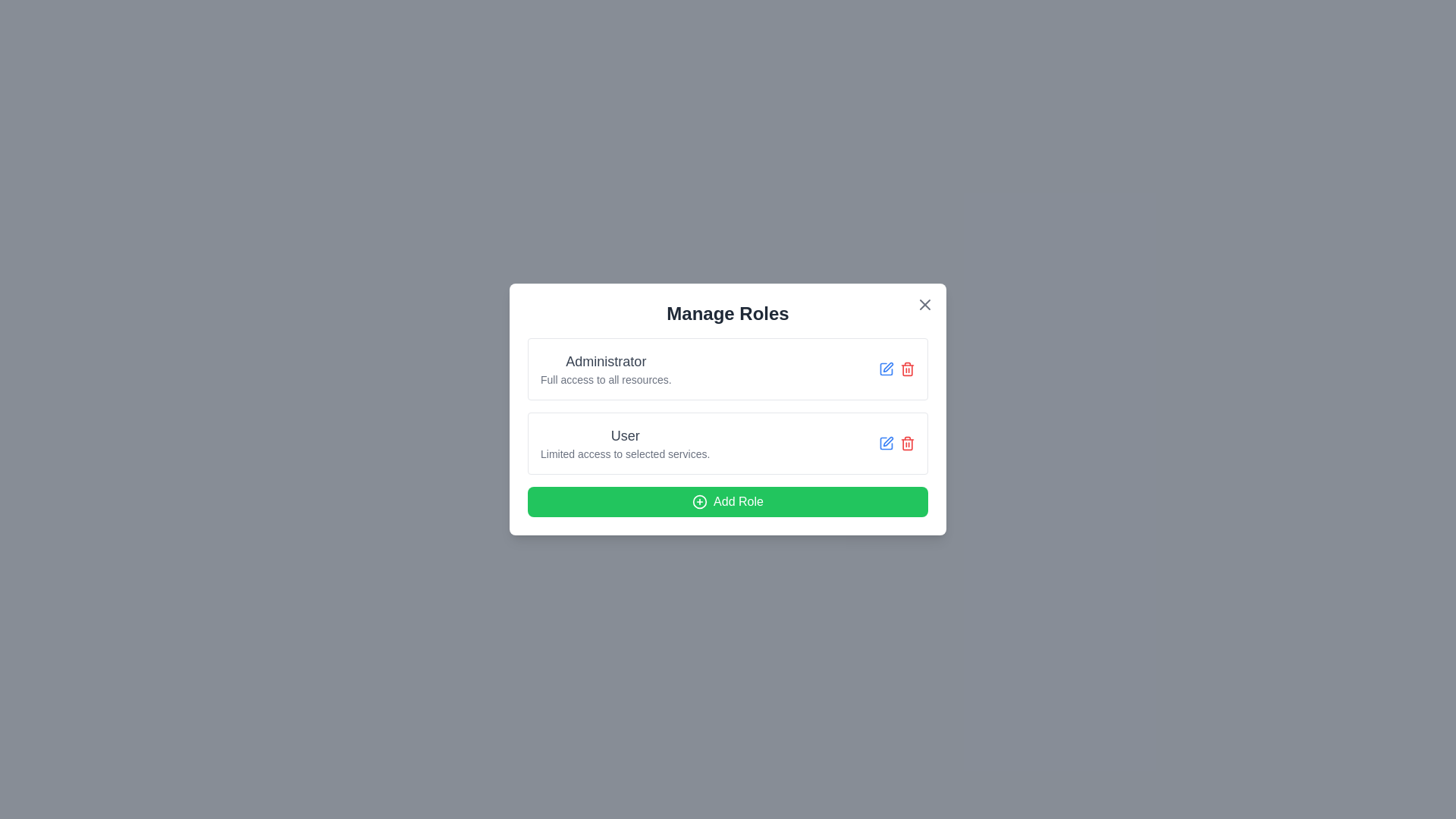 This screenshot has width=1456, height=819. I want to click on the close button located in the top-right corner of the dialog box to change its color, so click(924, 304).